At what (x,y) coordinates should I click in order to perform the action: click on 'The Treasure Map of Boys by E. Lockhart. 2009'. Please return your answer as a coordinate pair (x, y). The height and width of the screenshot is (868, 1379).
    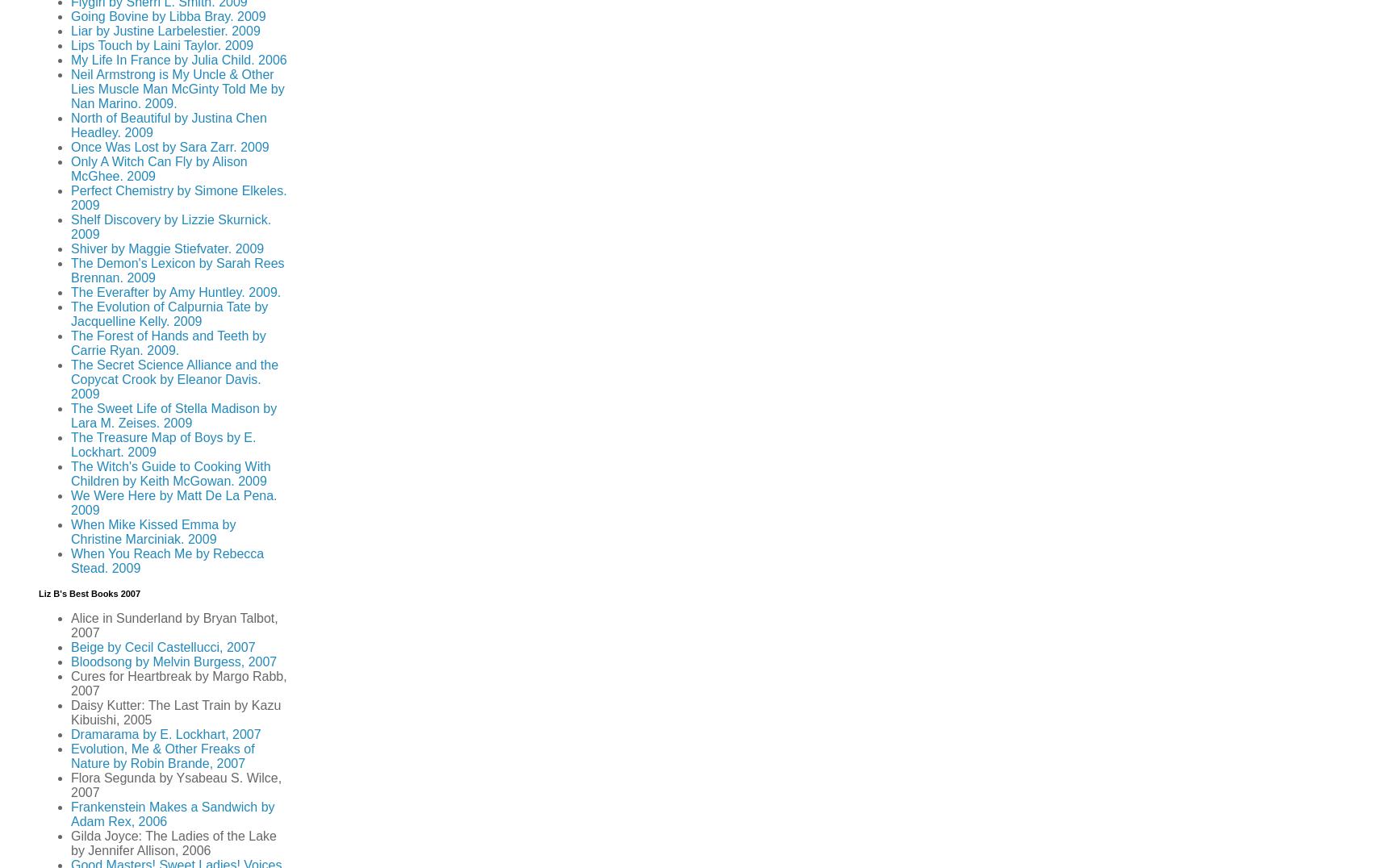
    Looking at the image, I should click on (162, 444).